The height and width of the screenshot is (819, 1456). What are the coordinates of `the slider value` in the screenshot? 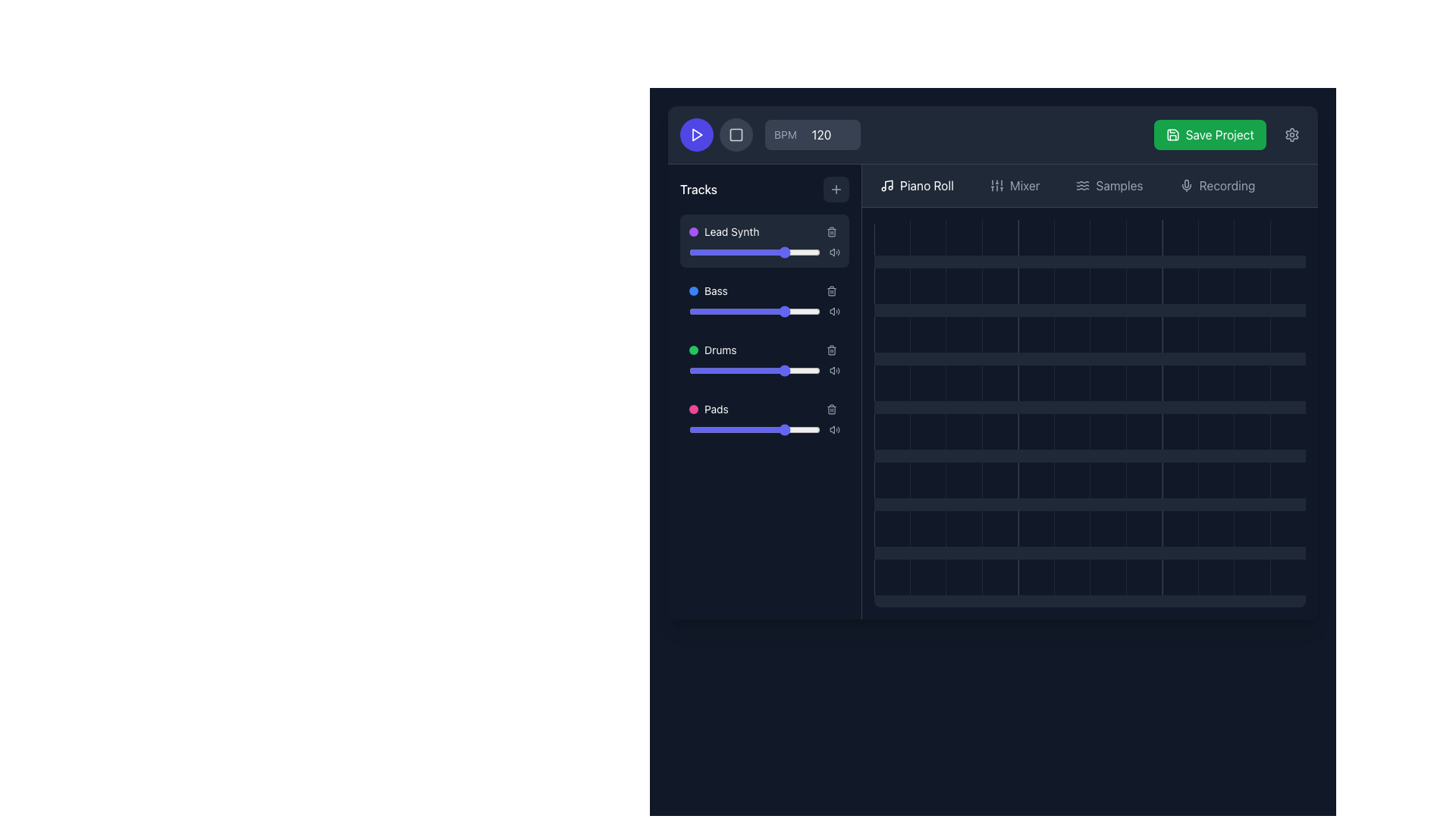 It's located at (808, 371).